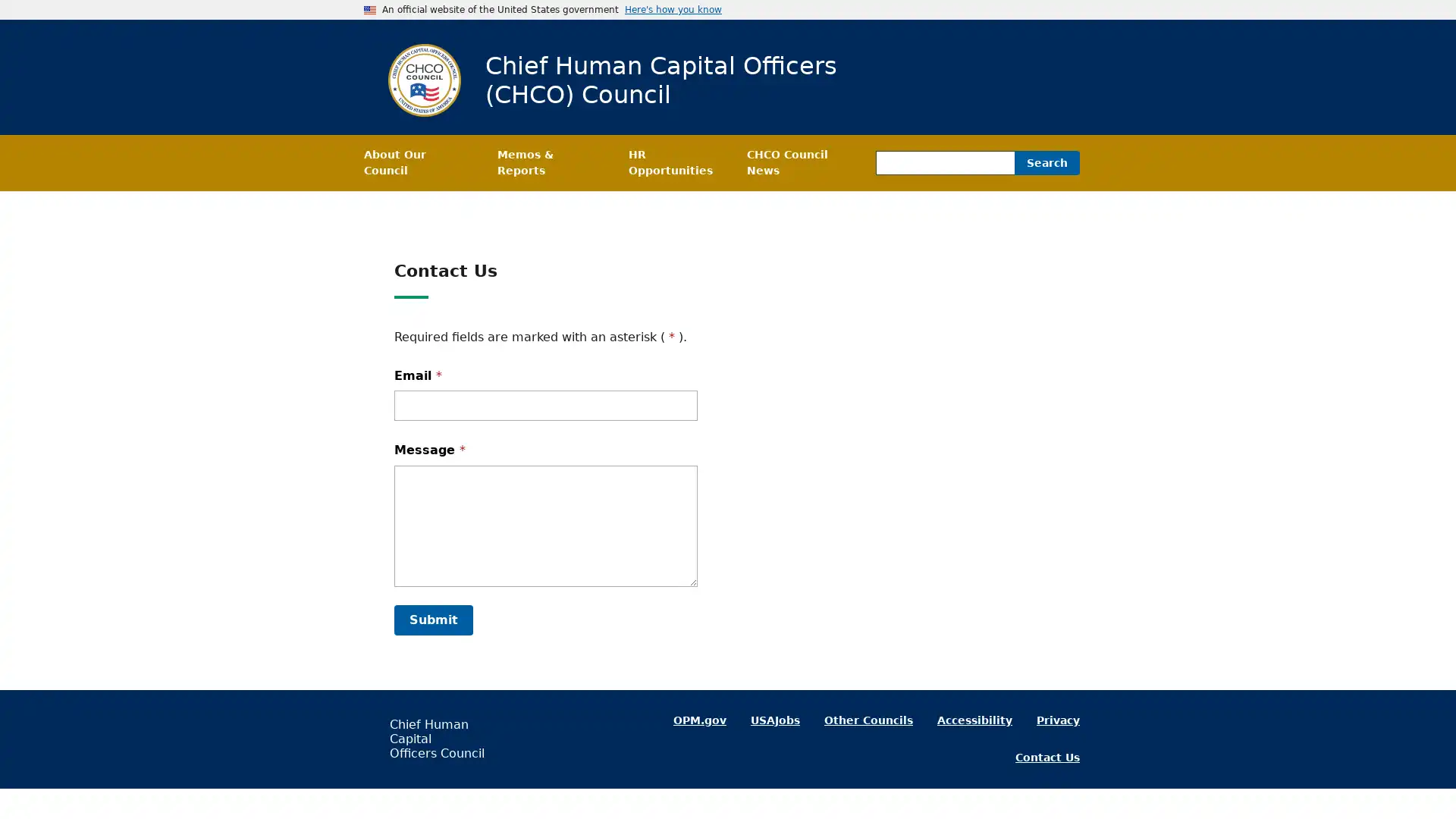  I want to click on Here's how you know, so click(673, 9).